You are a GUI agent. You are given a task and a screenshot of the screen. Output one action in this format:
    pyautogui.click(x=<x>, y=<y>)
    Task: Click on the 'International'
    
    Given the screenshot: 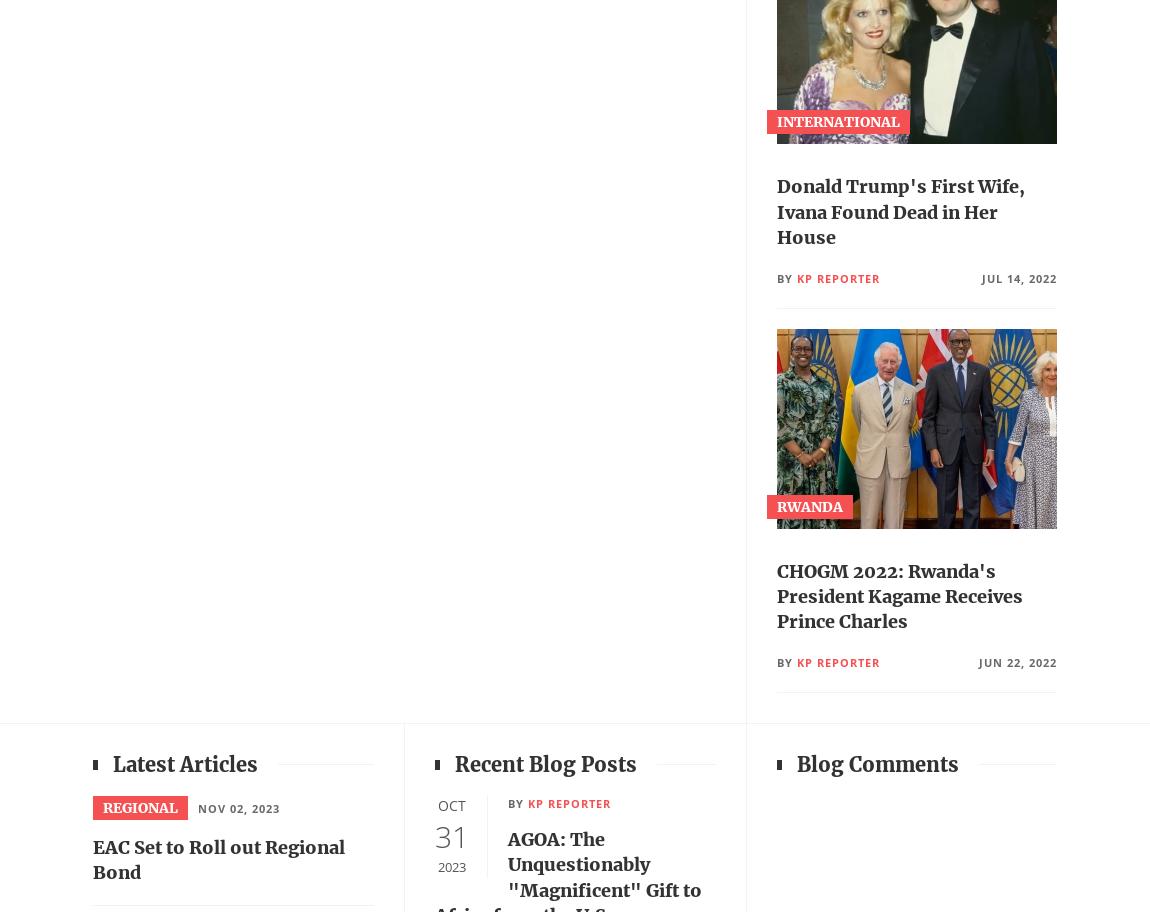 What is the action you would take?
    pyautogui.click(x=836, y=121)
    